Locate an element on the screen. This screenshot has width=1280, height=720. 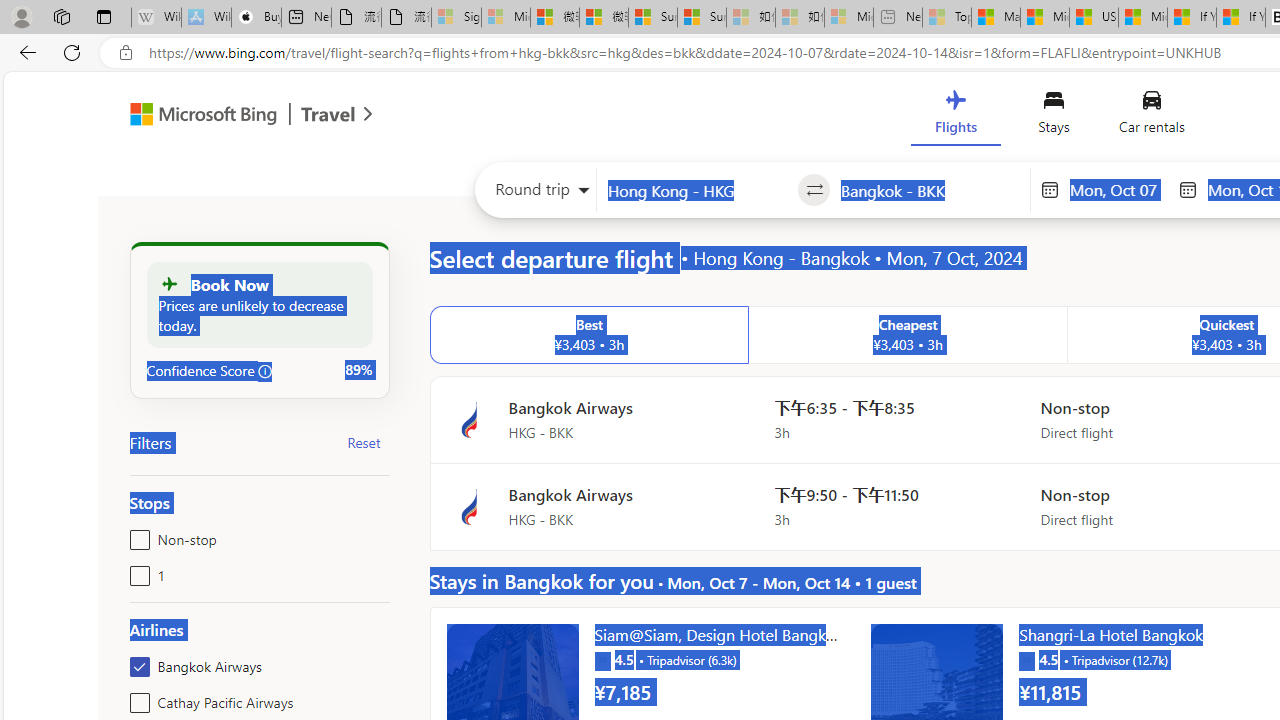
'Cathay Pacific Airways' is located at coordinates (135, 698).